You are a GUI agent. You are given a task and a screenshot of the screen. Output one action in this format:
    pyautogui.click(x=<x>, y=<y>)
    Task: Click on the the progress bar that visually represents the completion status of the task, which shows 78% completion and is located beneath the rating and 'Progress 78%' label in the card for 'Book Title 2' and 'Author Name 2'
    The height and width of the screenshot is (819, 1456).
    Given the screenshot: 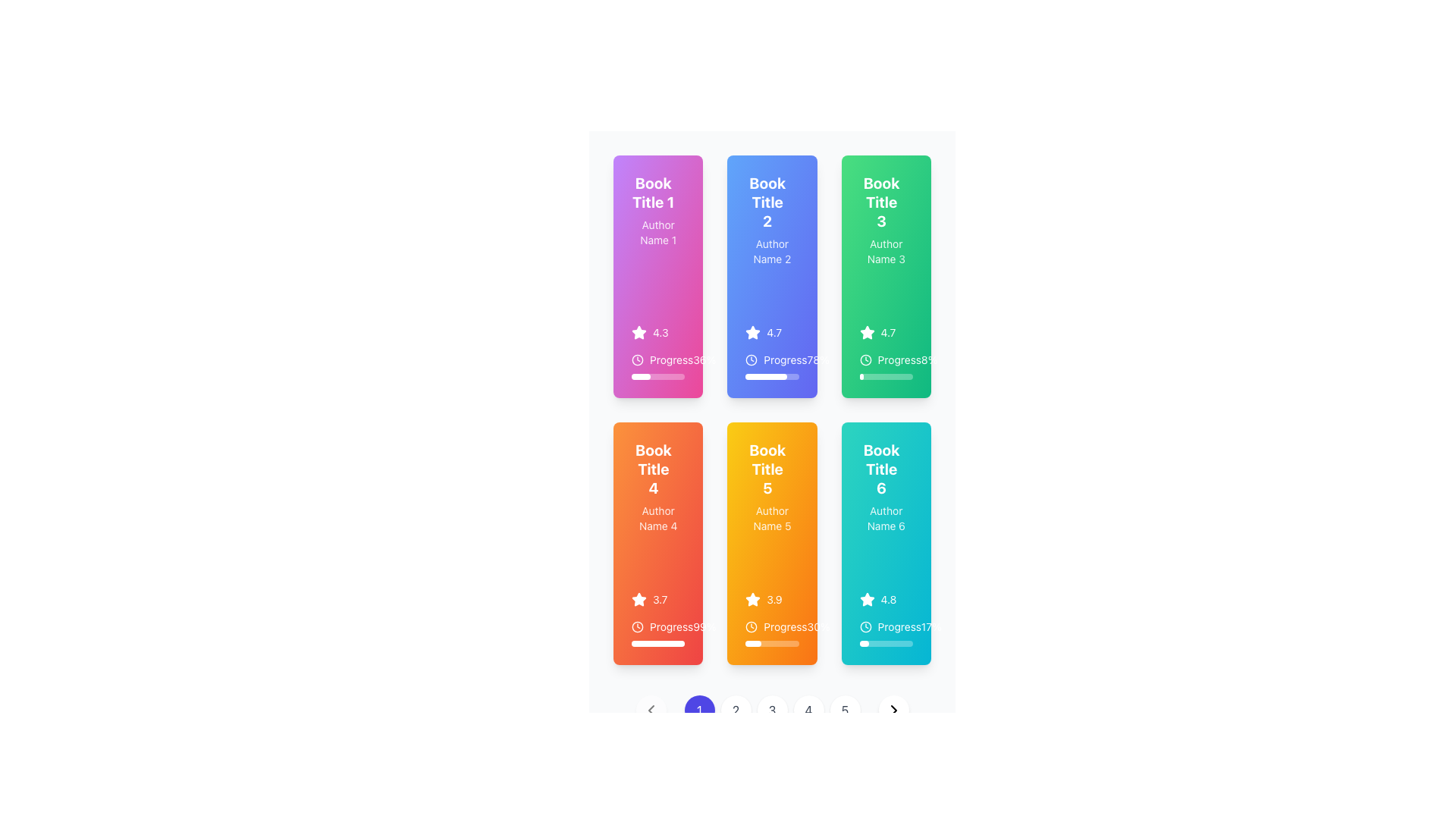 What is the action you would take?
    pyautogui.click(x=772, y=376)
    